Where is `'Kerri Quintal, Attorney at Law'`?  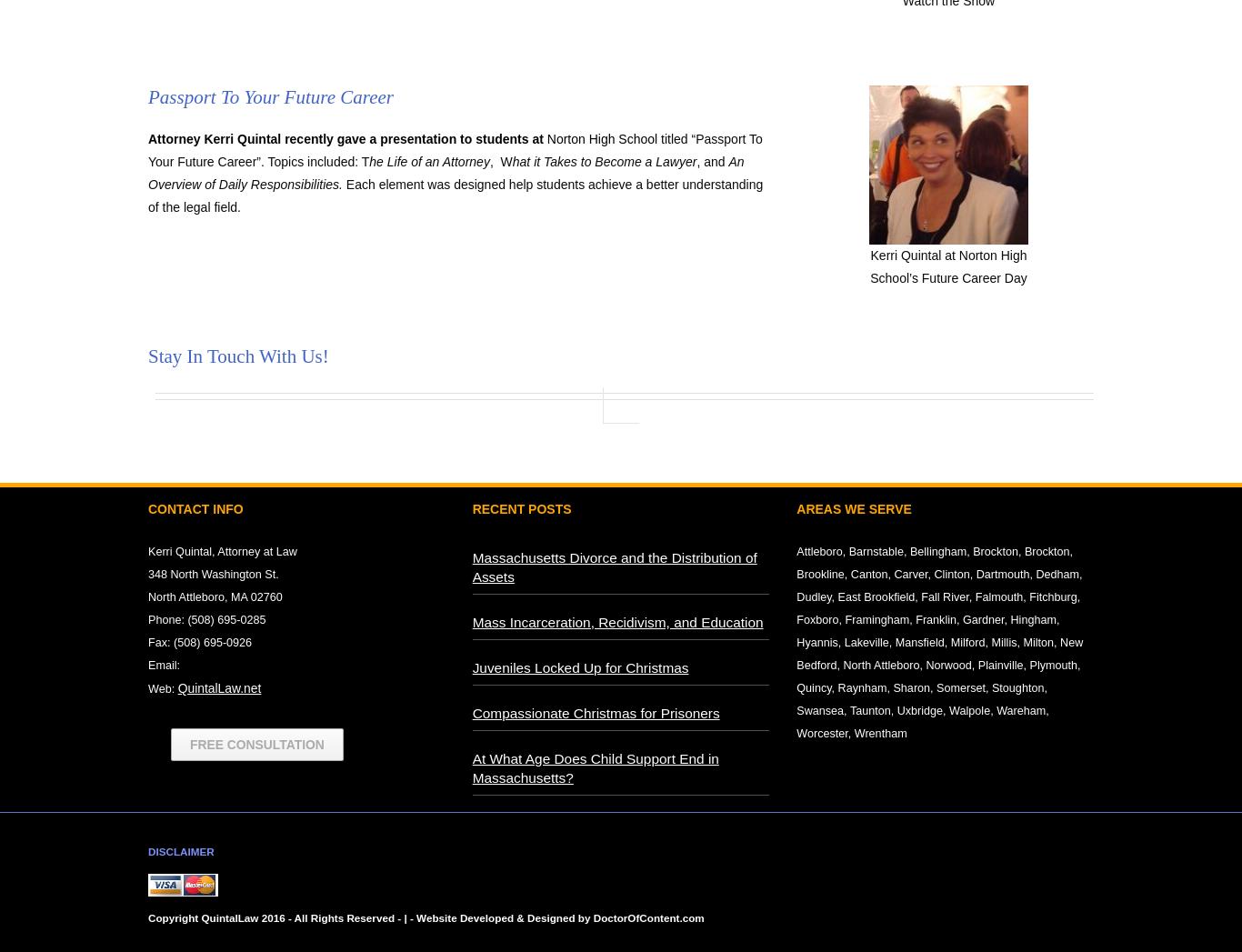
'Kerri Quintal, Attorney at Law' is located at coordinates (222, 551).